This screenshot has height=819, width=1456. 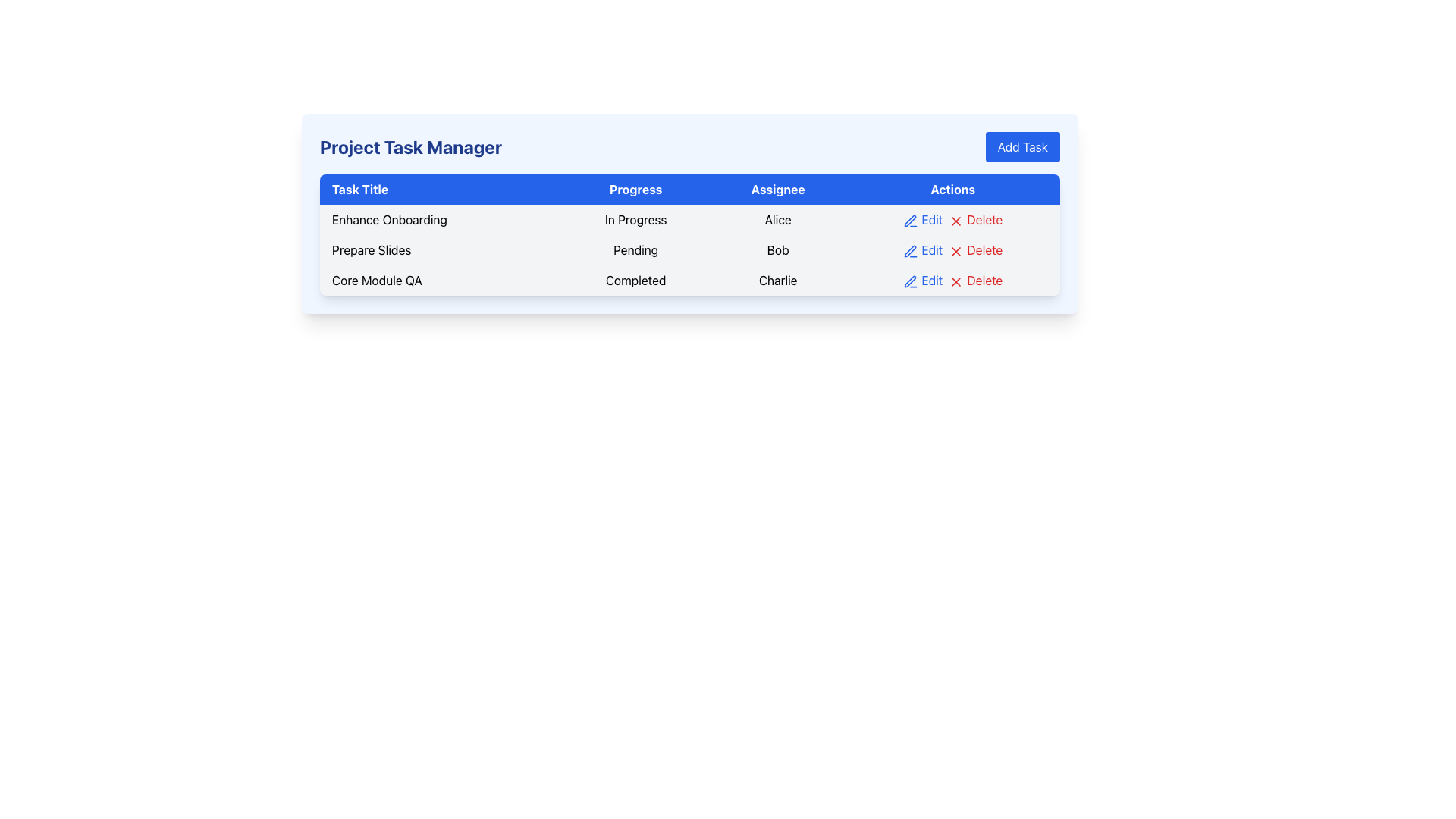 I want to click on the 'Assignee' header label in the table, which is the third column from the left, indicating the names of task assignees below it, so click(x=778, y=189).